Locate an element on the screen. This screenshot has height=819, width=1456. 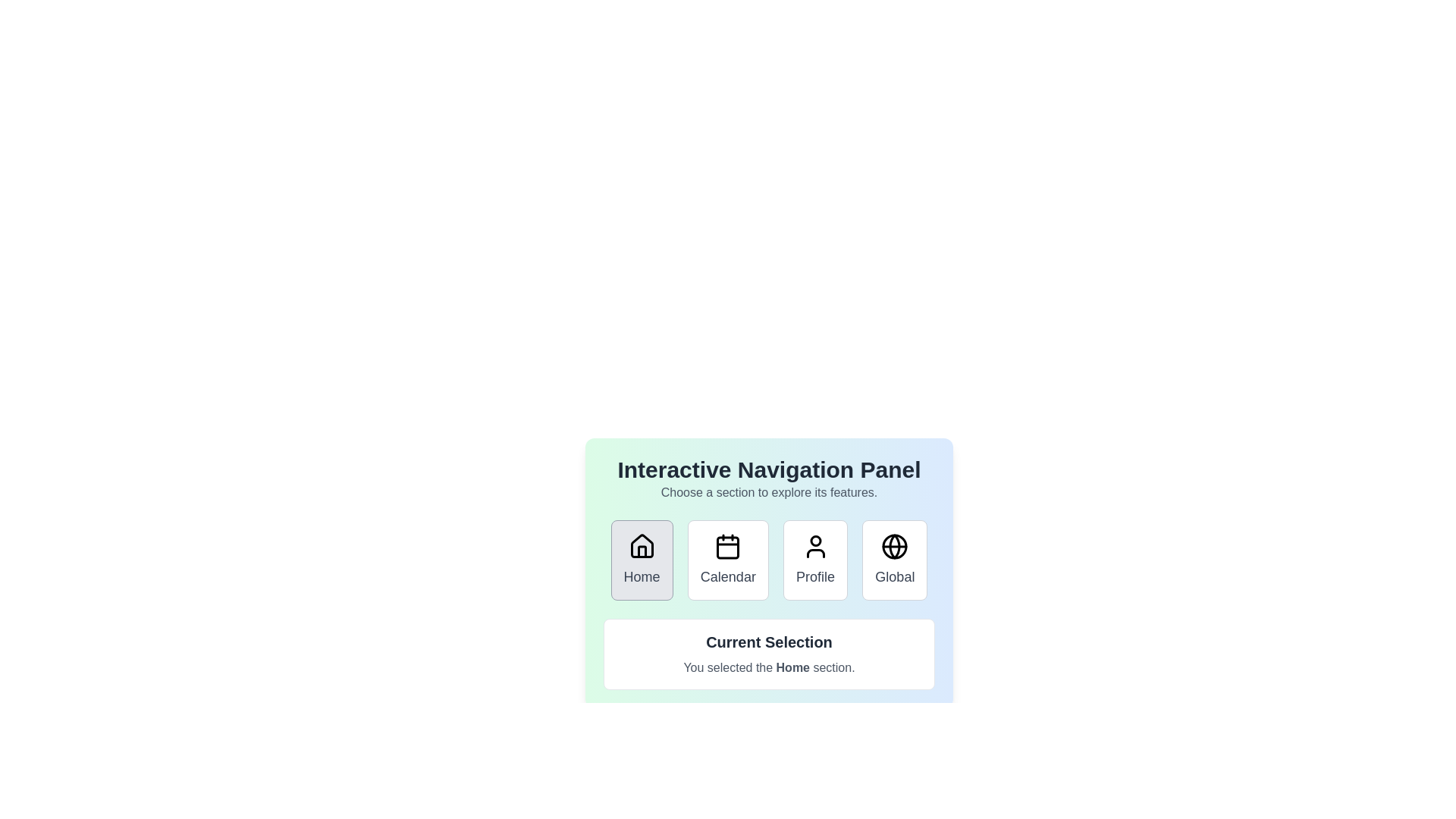
the monochrome house icon located at the top of the 'Home' button in the navigation panel to activate hover effects is located at coordinates (642, 547).